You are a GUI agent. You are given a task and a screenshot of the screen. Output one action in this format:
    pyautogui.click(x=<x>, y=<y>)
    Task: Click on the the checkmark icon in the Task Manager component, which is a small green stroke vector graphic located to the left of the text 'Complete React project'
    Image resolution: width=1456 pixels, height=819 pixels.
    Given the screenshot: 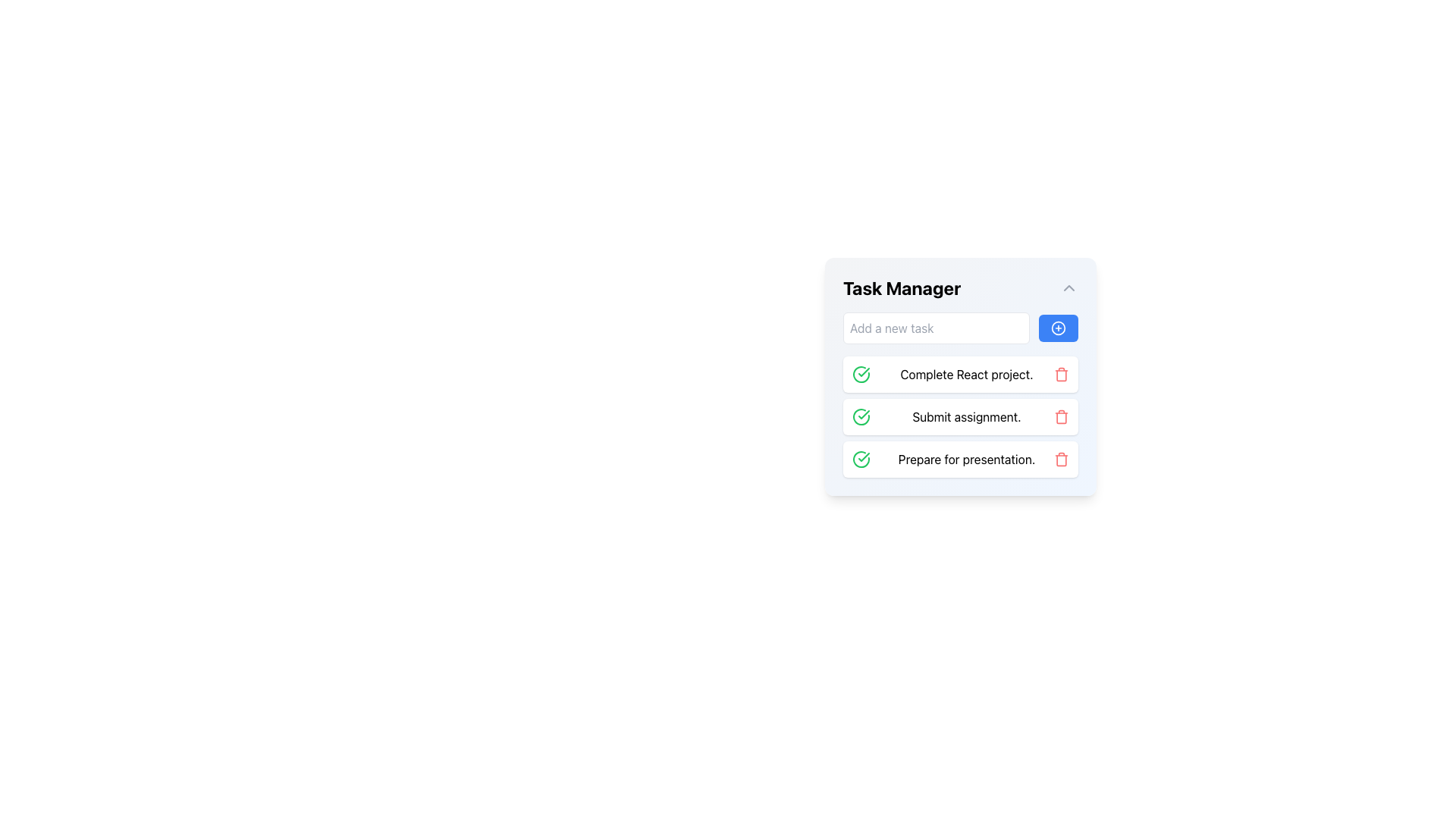 What is the action you would take?
    pyautogui.click(x=864, y=456)
    